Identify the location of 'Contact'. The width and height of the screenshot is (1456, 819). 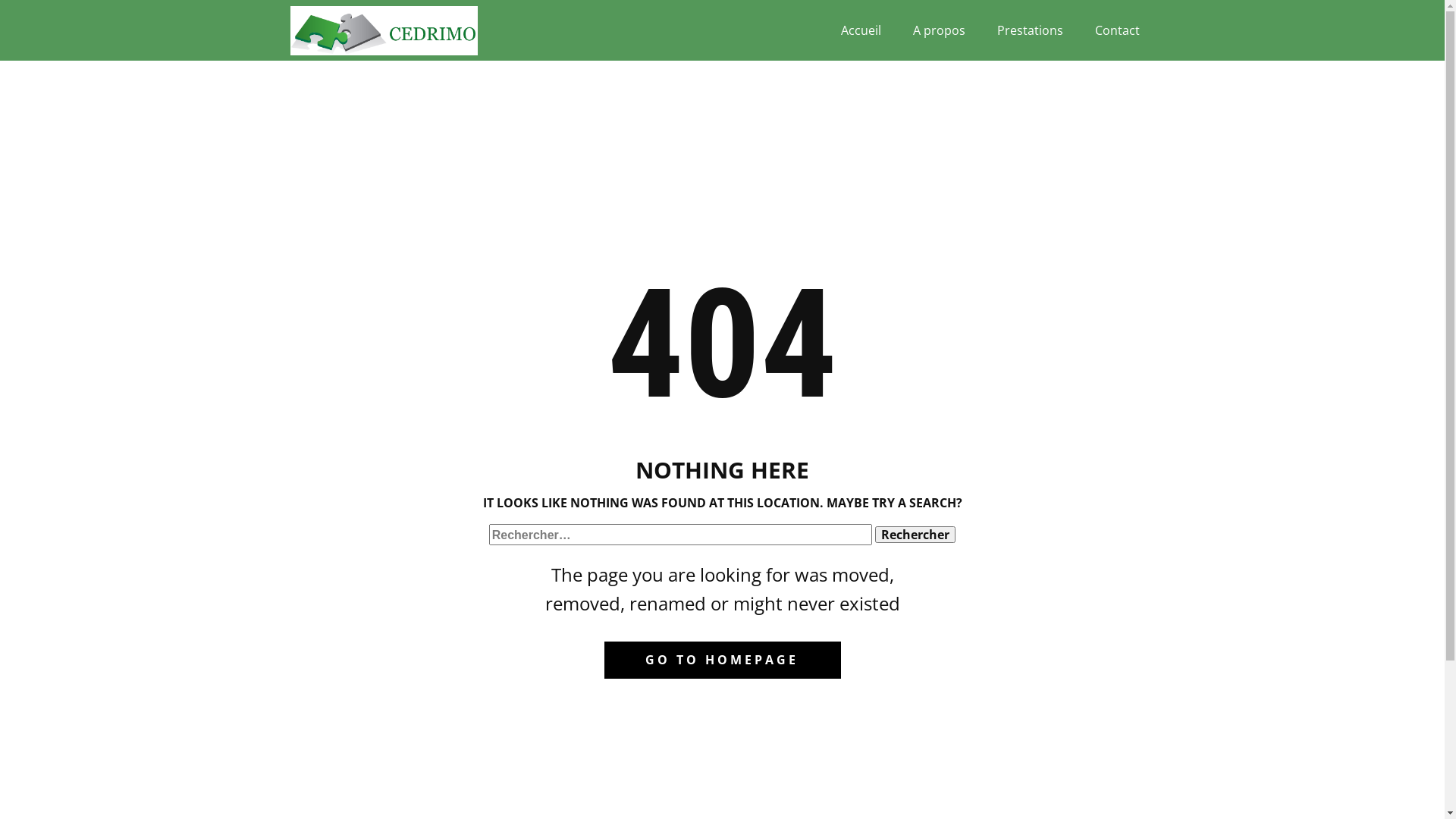
(1117, 30).